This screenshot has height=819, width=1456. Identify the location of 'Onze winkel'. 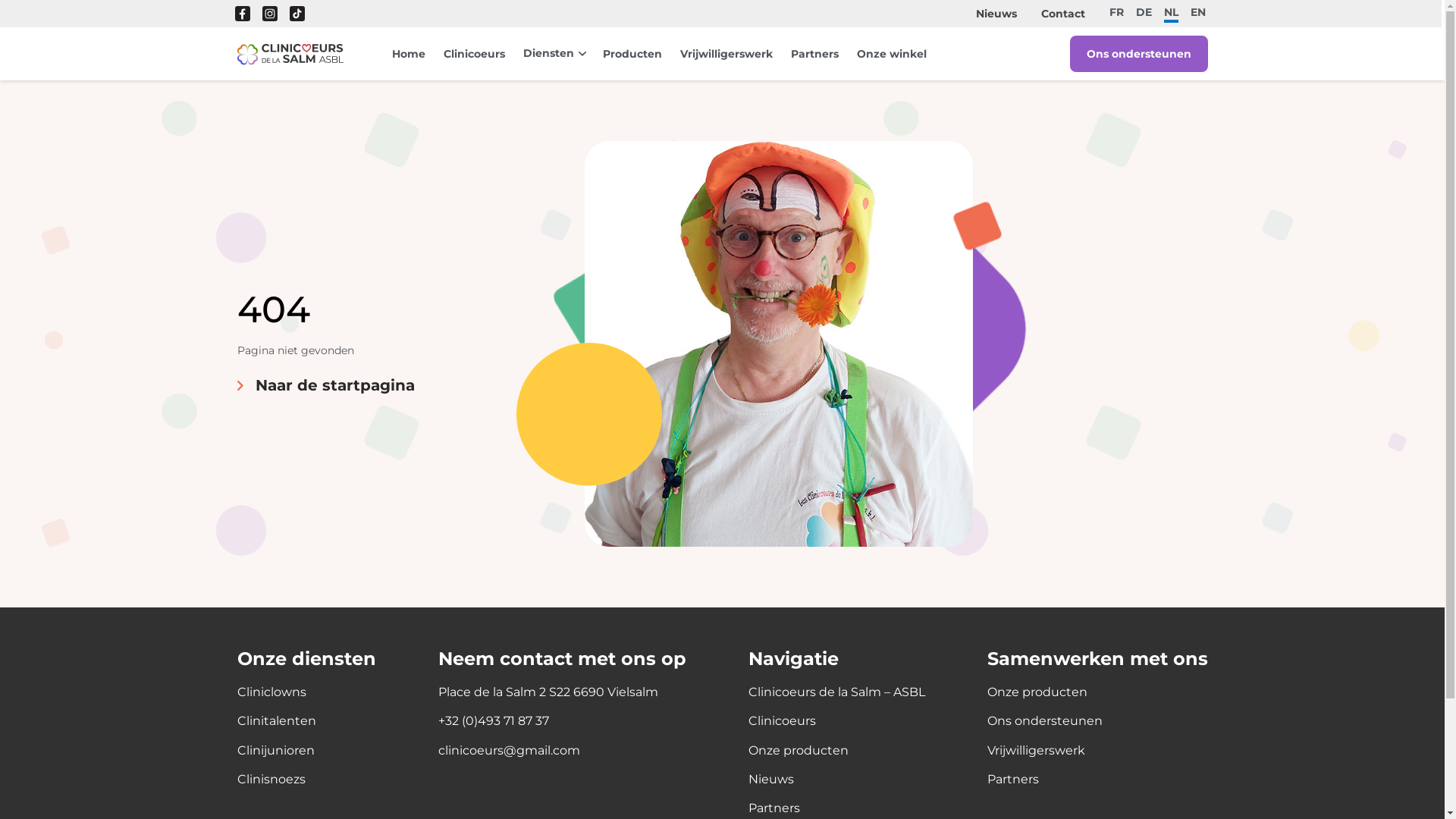
(892, 52).